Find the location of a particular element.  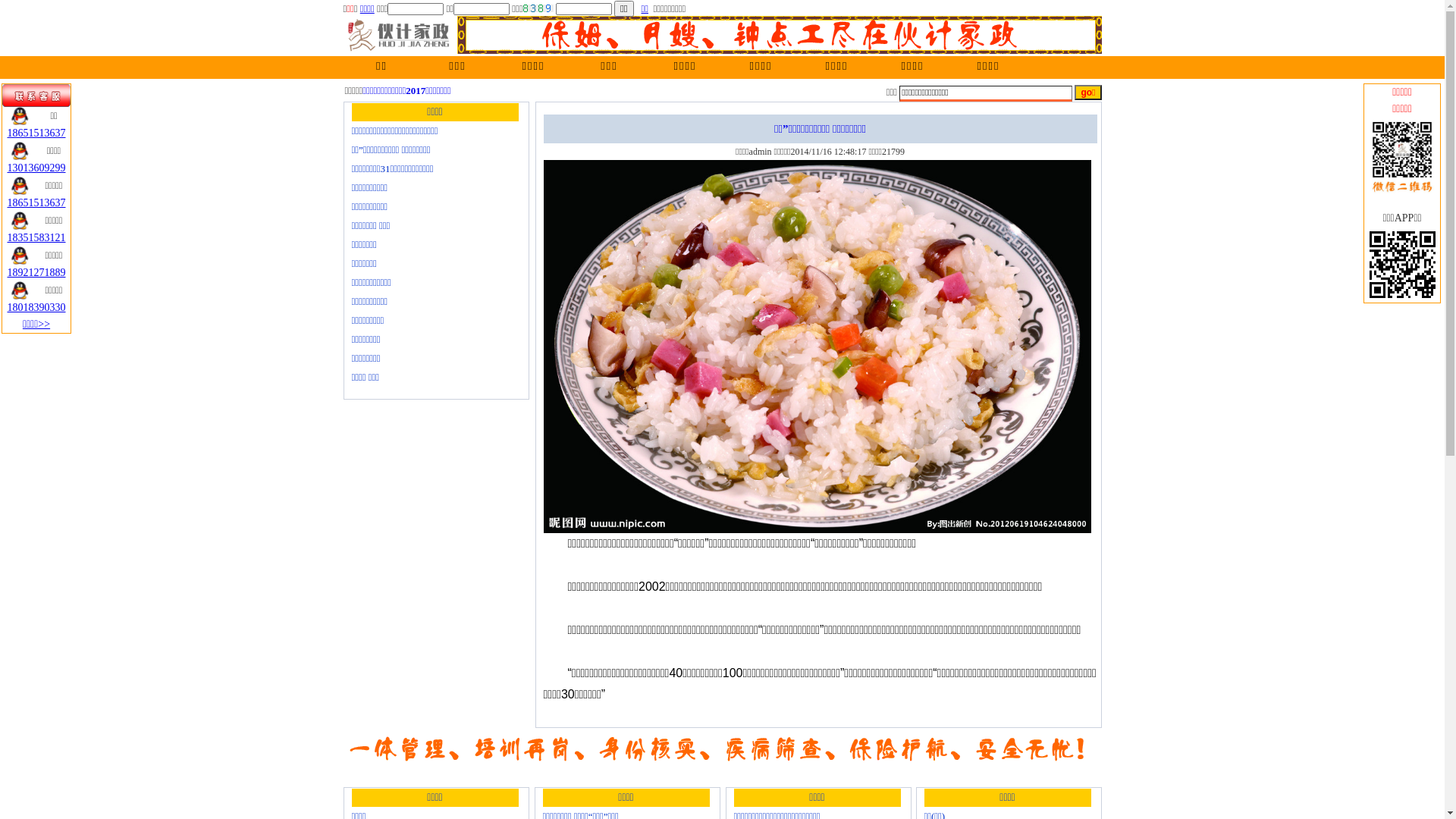

'18651513637' is located at coordinates (36, 202).